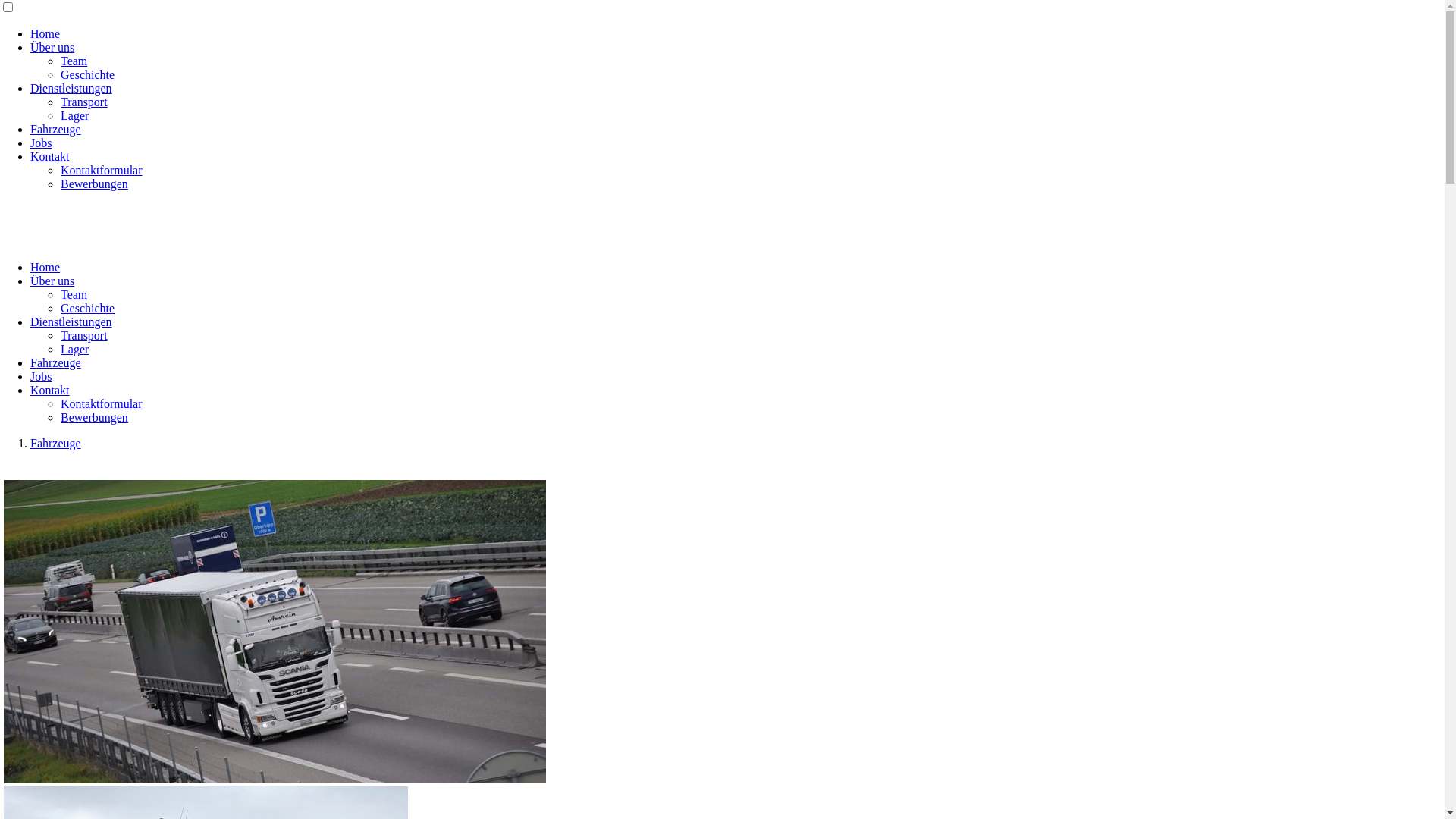 The width and height of the screenshot is (1456, 819). I want to click on 'Fahrzeuge', so click(55, 362).